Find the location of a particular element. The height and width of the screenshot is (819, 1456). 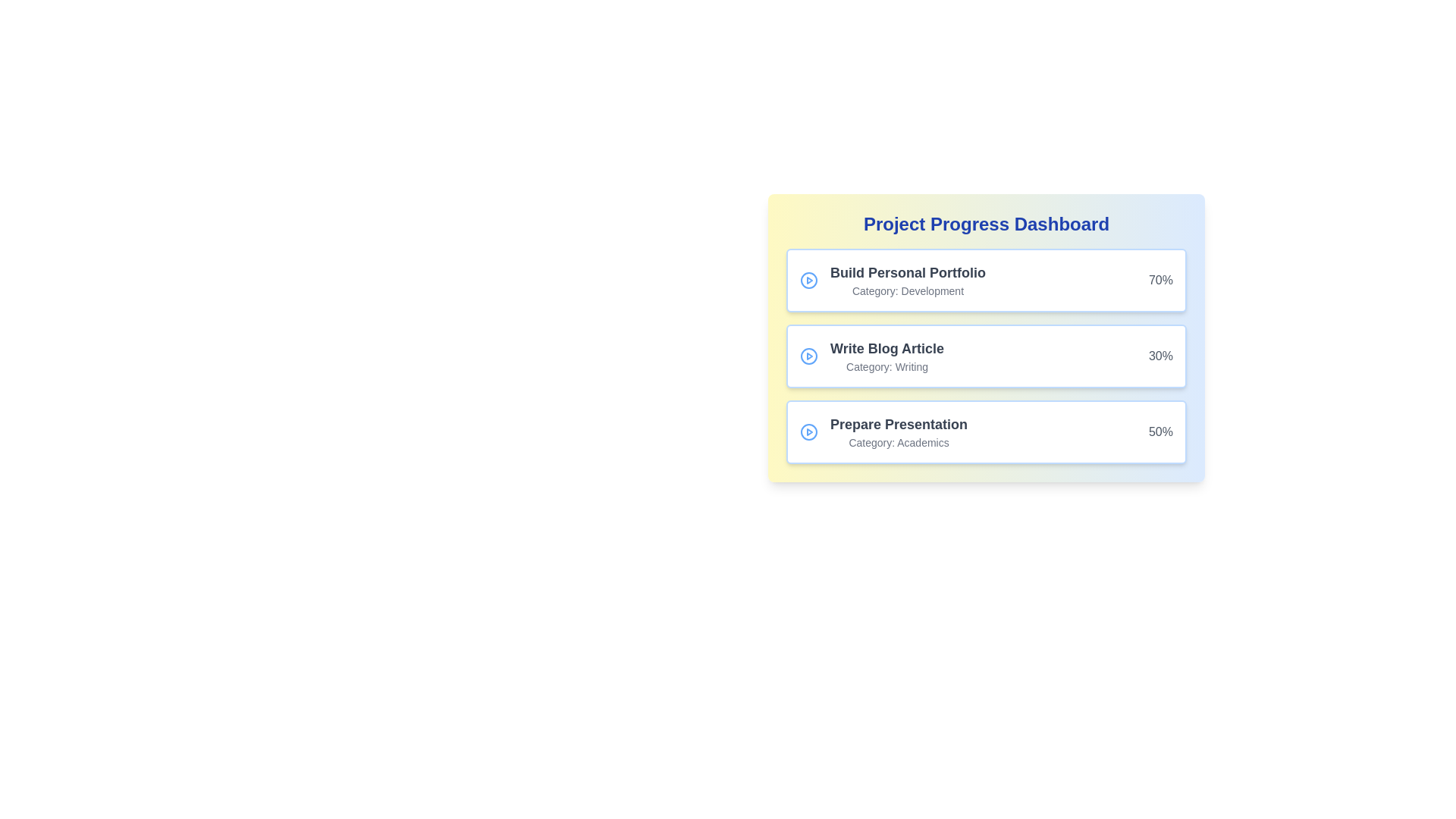

the Text Display element that shows '30%' in medium gray font, located at the bottom-right corner of a card component in the middle segment of a vertical list of cards is located at coordinates (1160, 356).